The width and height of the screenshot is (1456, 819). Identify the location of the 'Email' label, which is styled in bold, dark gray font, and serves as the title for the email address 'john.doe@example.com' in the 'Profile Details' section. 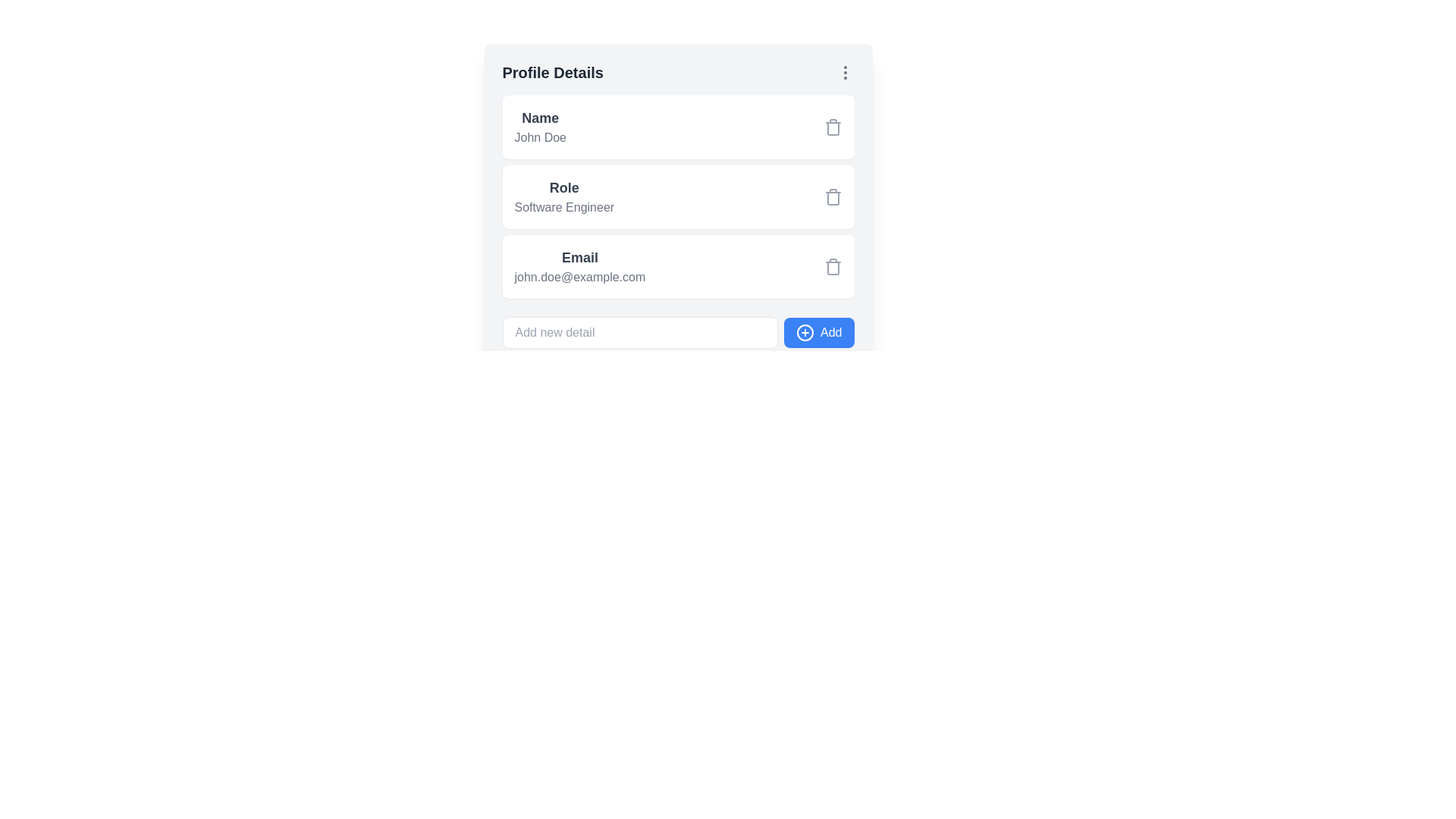
(579, 256).